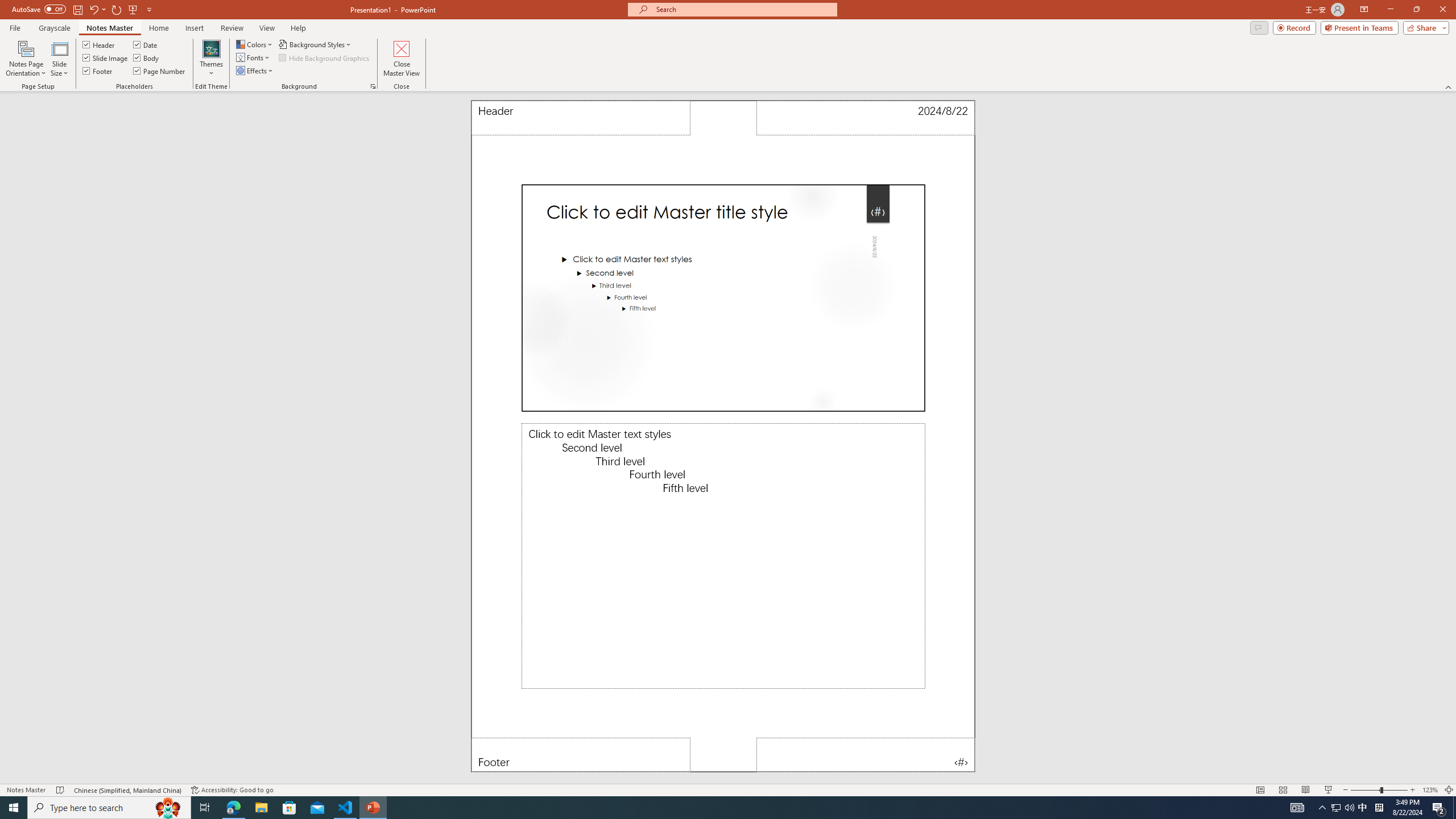  What do you see at coordinates (723, 555) in the screenshot?
I see `'Slide Notes'` at bounding box center [723, 555].